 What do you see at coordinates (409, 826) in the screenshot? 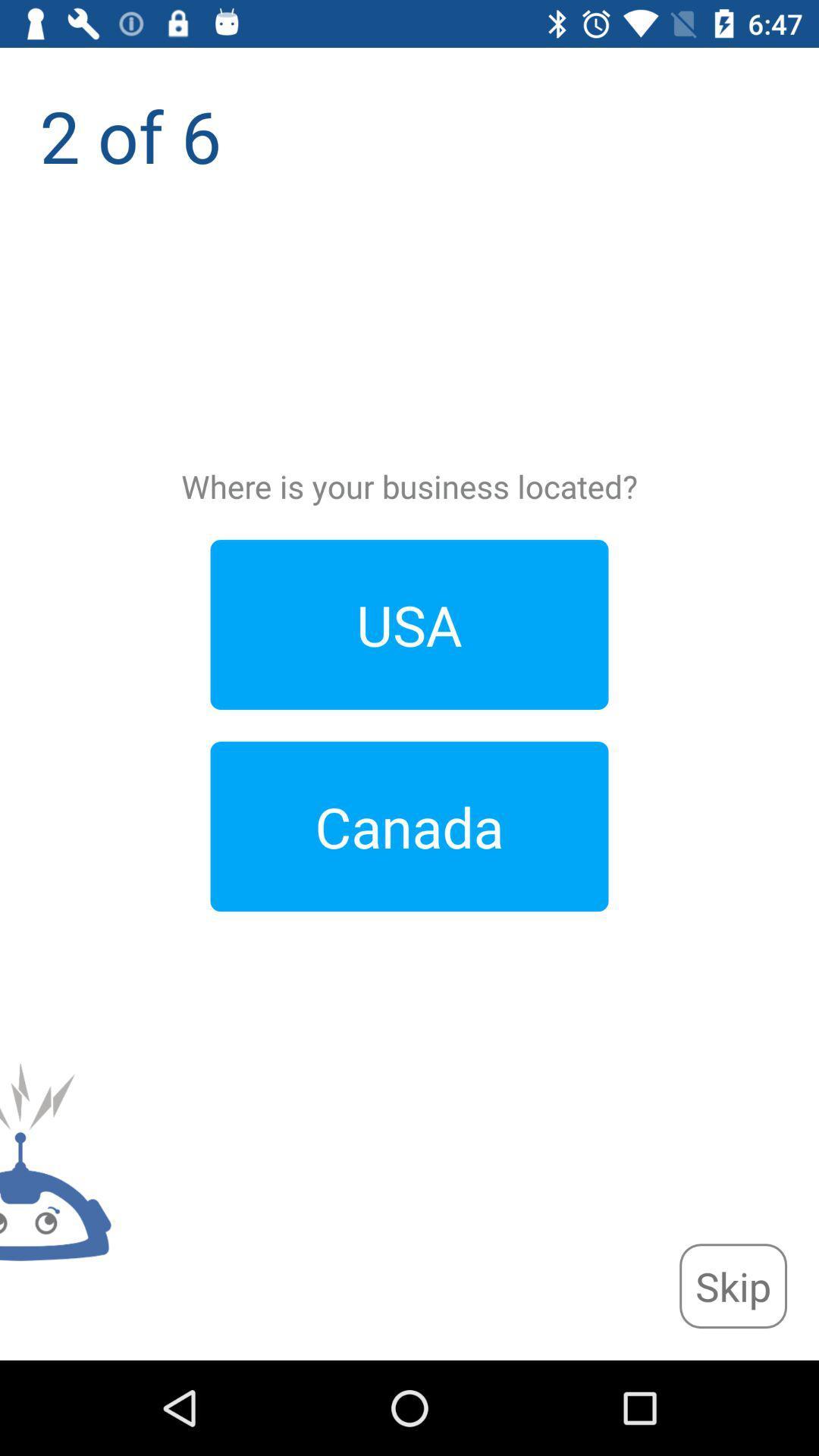
I see `the icon below usa button` at bounding box center [409, 826].